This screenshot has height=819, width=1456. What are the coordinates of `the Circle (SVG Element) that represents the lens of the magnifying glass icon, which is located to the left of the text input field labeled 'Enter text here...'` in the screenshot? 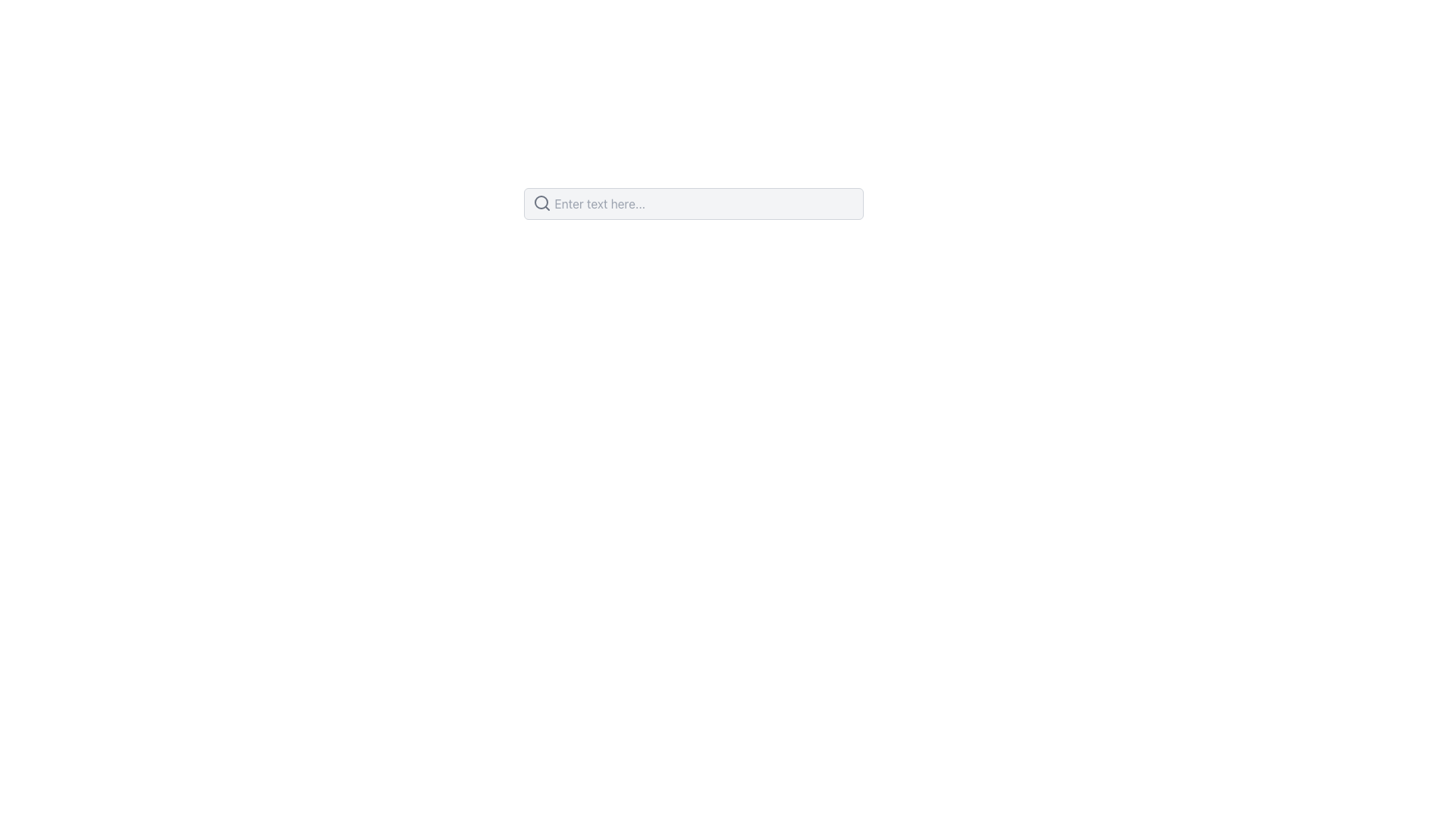 It's located at (541, 201).